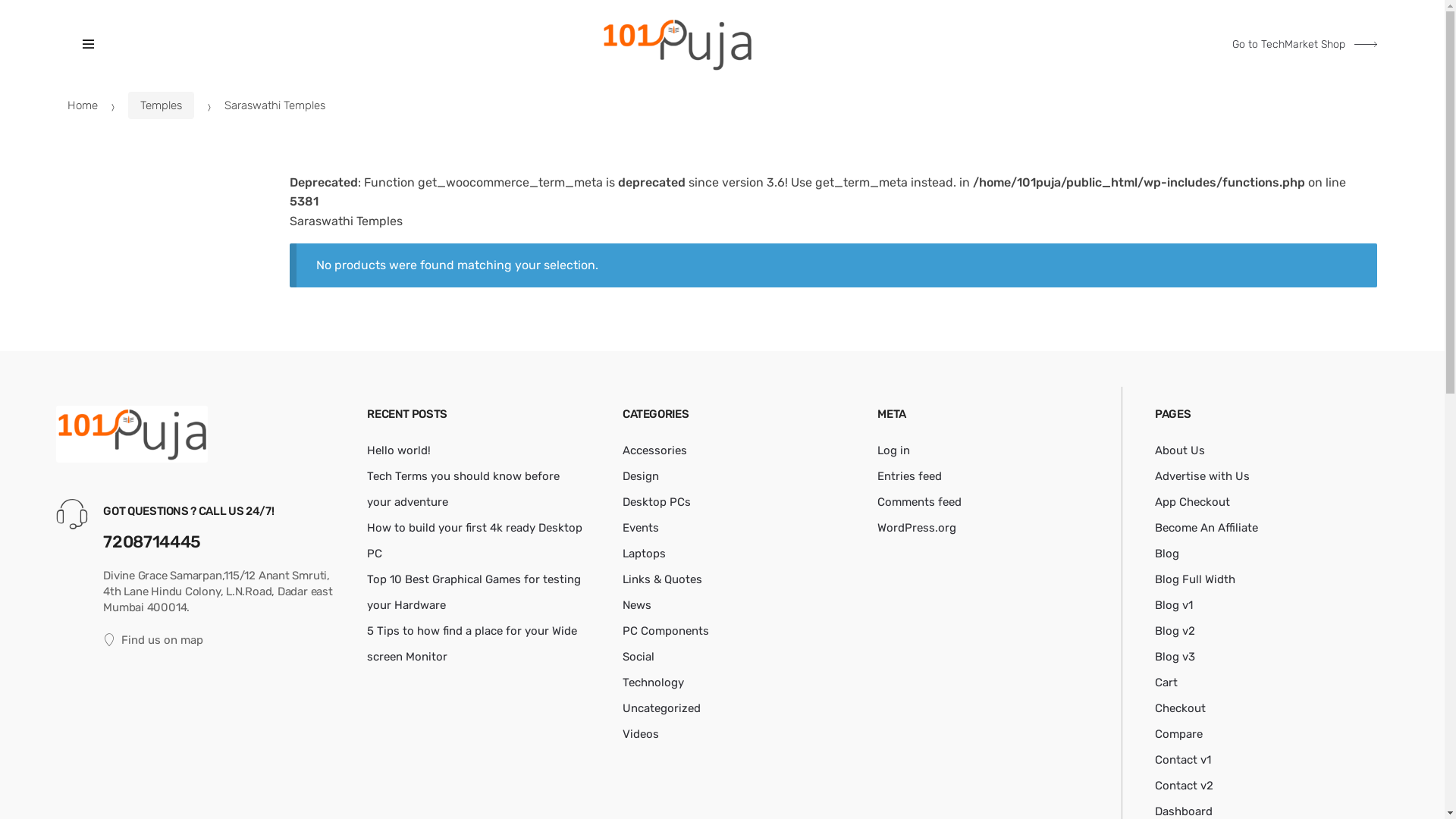 The image size is (1456, 819). I want to click on 'Contact v1', so click(1182, 760).